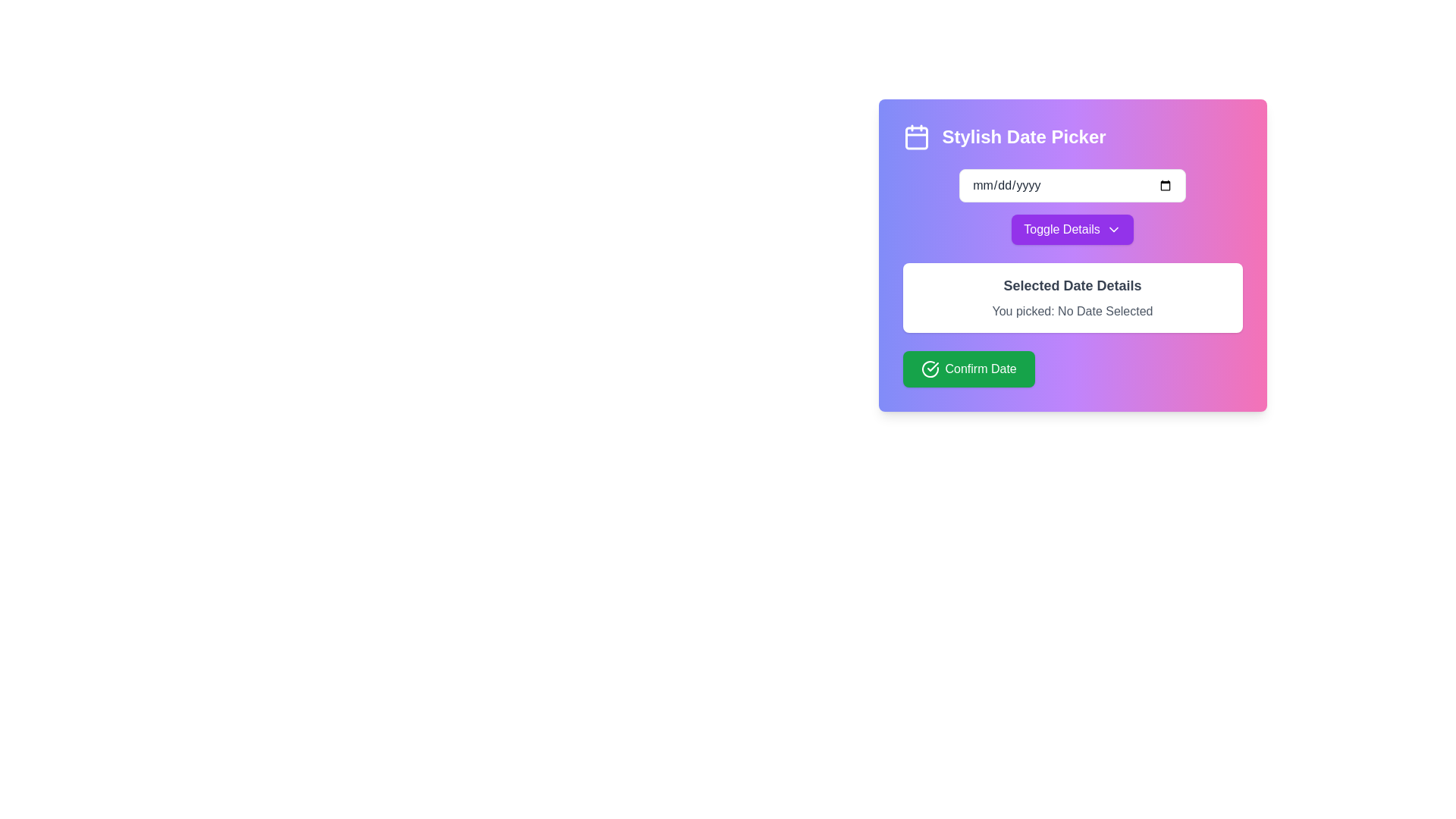 The height and width of the screenshot is (819, 1456). I want to click on the checkmark icon within the green 'Confirm Date' button, which is located on the left-hand side of the label text, so click(931, 366).